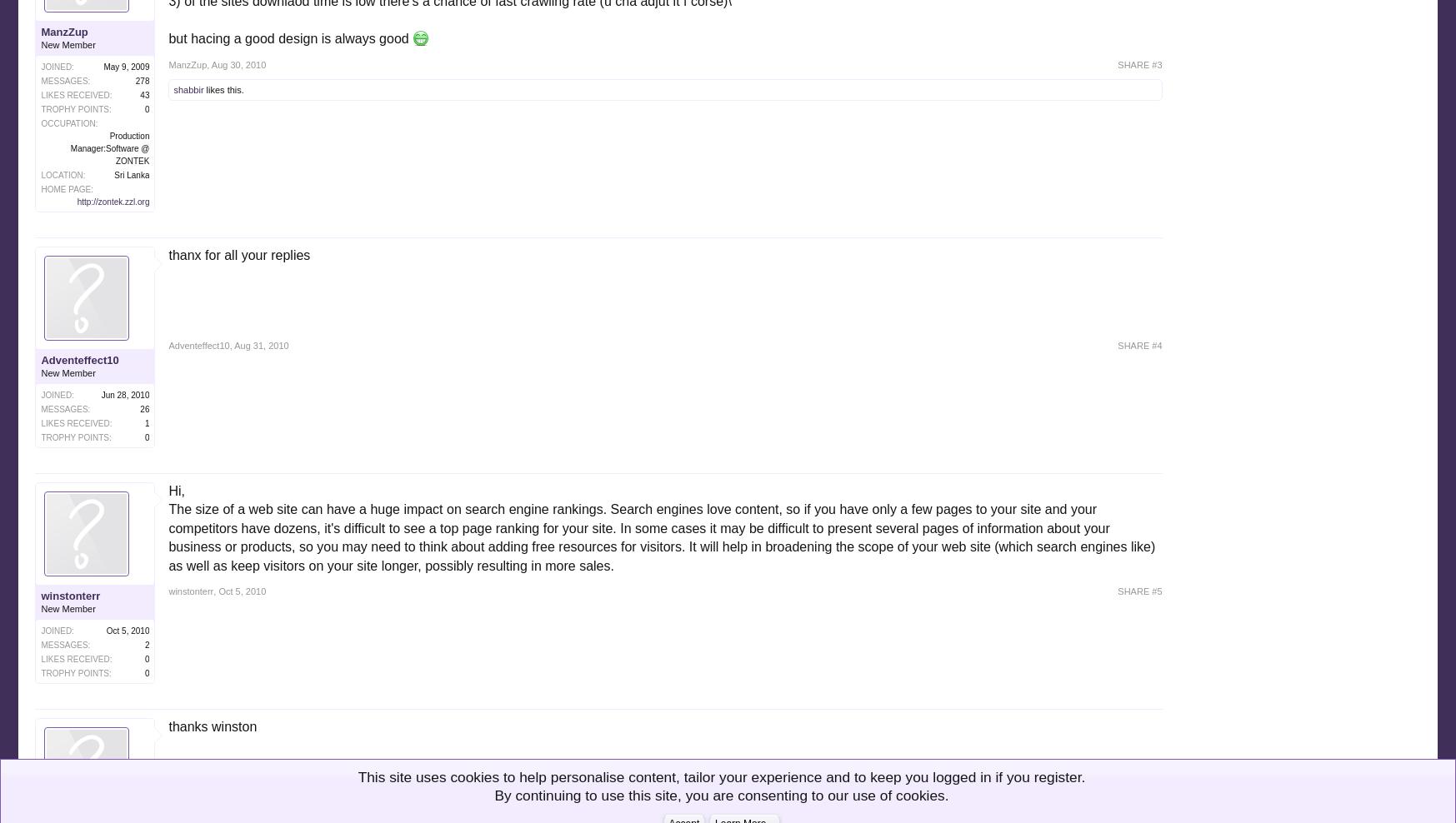  What do you see at coordinates (1139, 590) in the screenshot?
I see `'SHARE #5'` at bounding box center [1139, 590].